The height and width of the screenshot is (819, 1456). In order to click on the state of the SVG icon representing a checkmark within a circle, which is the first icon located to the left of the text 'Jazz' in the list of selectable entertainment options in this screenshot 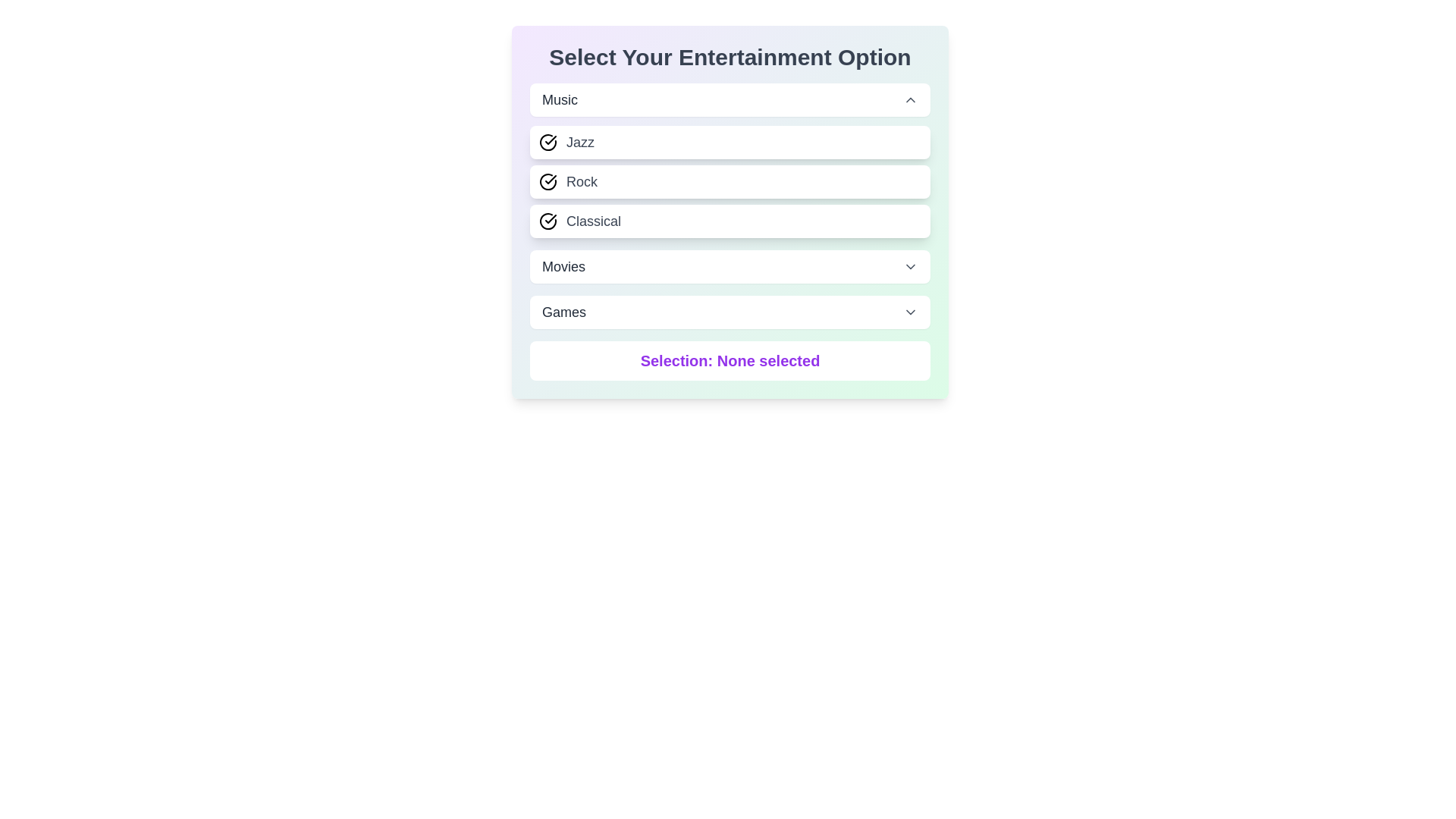, I will do `click(548, 143)`.